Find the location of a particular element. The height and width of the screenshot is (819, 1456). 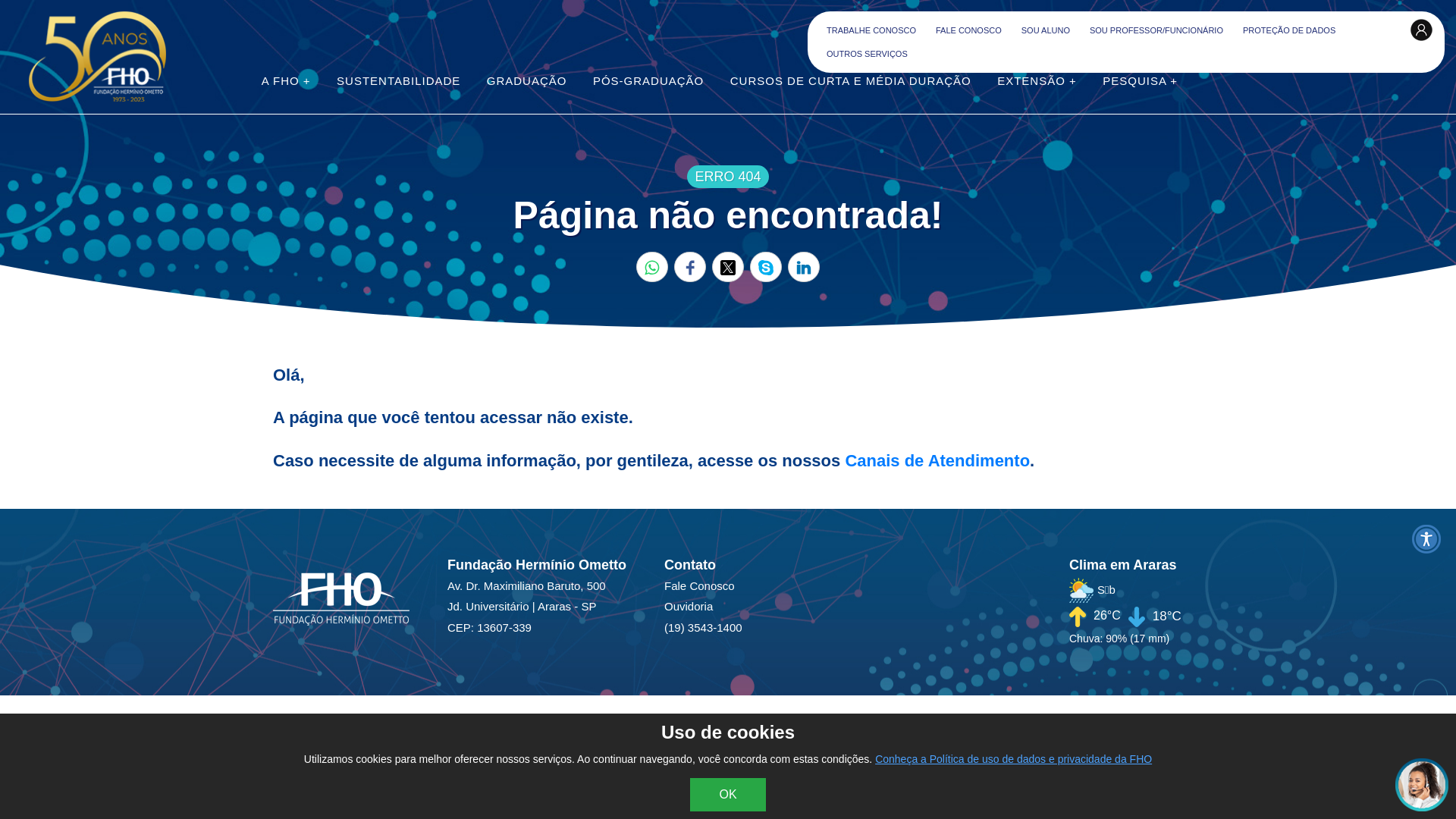

'Fale Conosco' is located at coordinates (704, 584).